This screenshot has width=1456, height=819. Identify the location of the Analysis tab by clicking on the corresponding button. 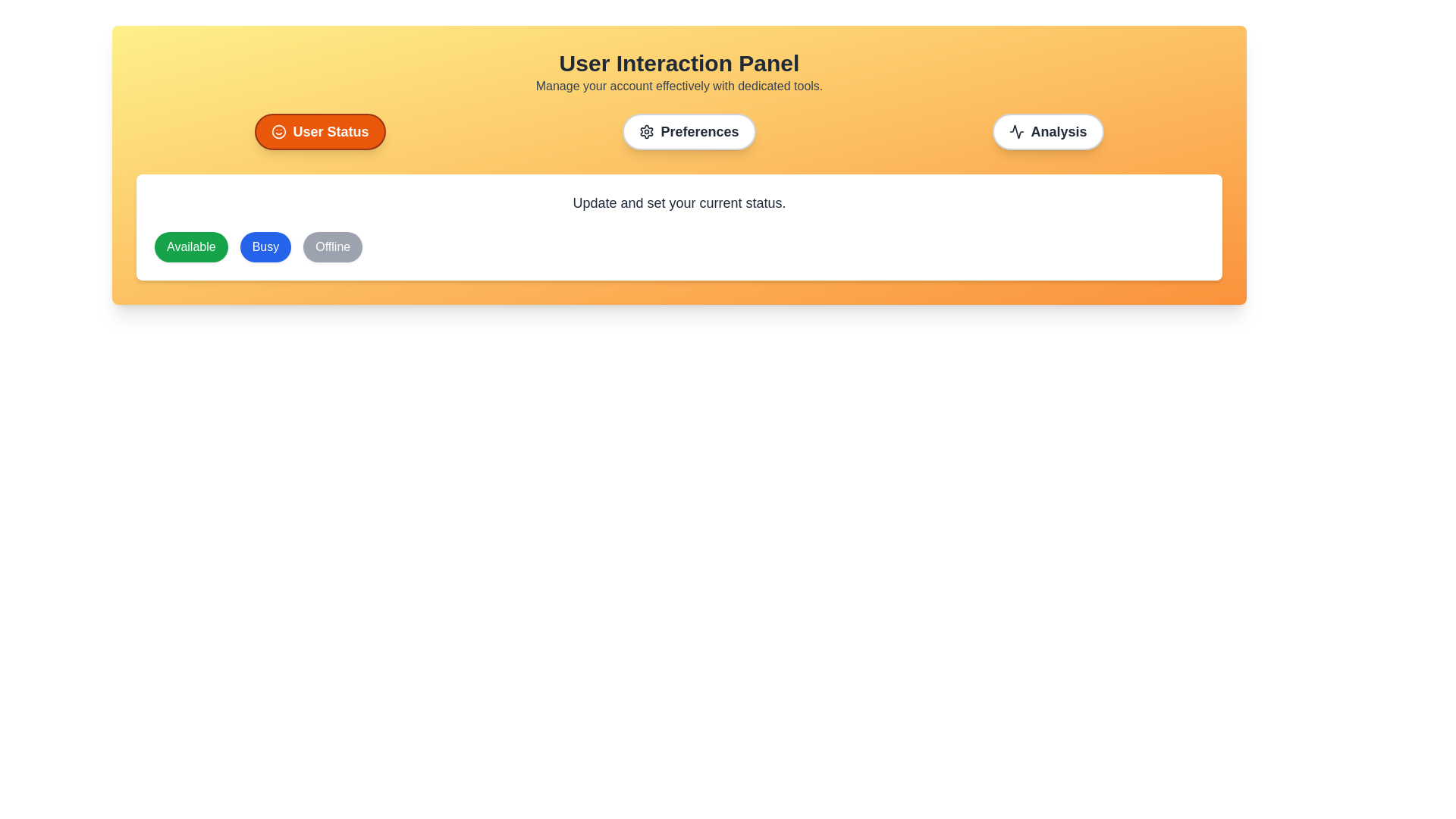
(1047, 130).